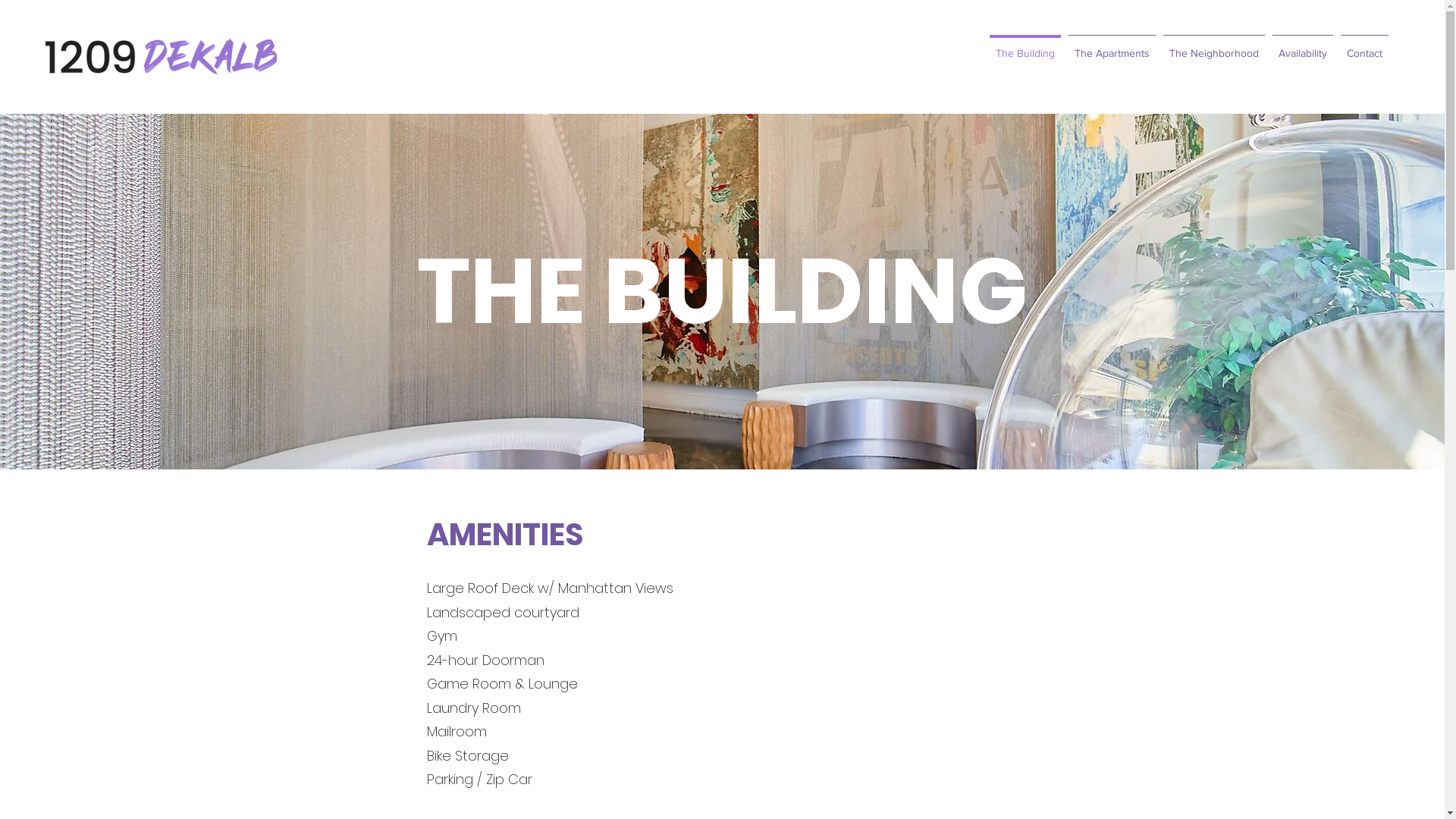 The image size is (1456, 819). I want to click on 'The Apartments', so click(1112, 45).